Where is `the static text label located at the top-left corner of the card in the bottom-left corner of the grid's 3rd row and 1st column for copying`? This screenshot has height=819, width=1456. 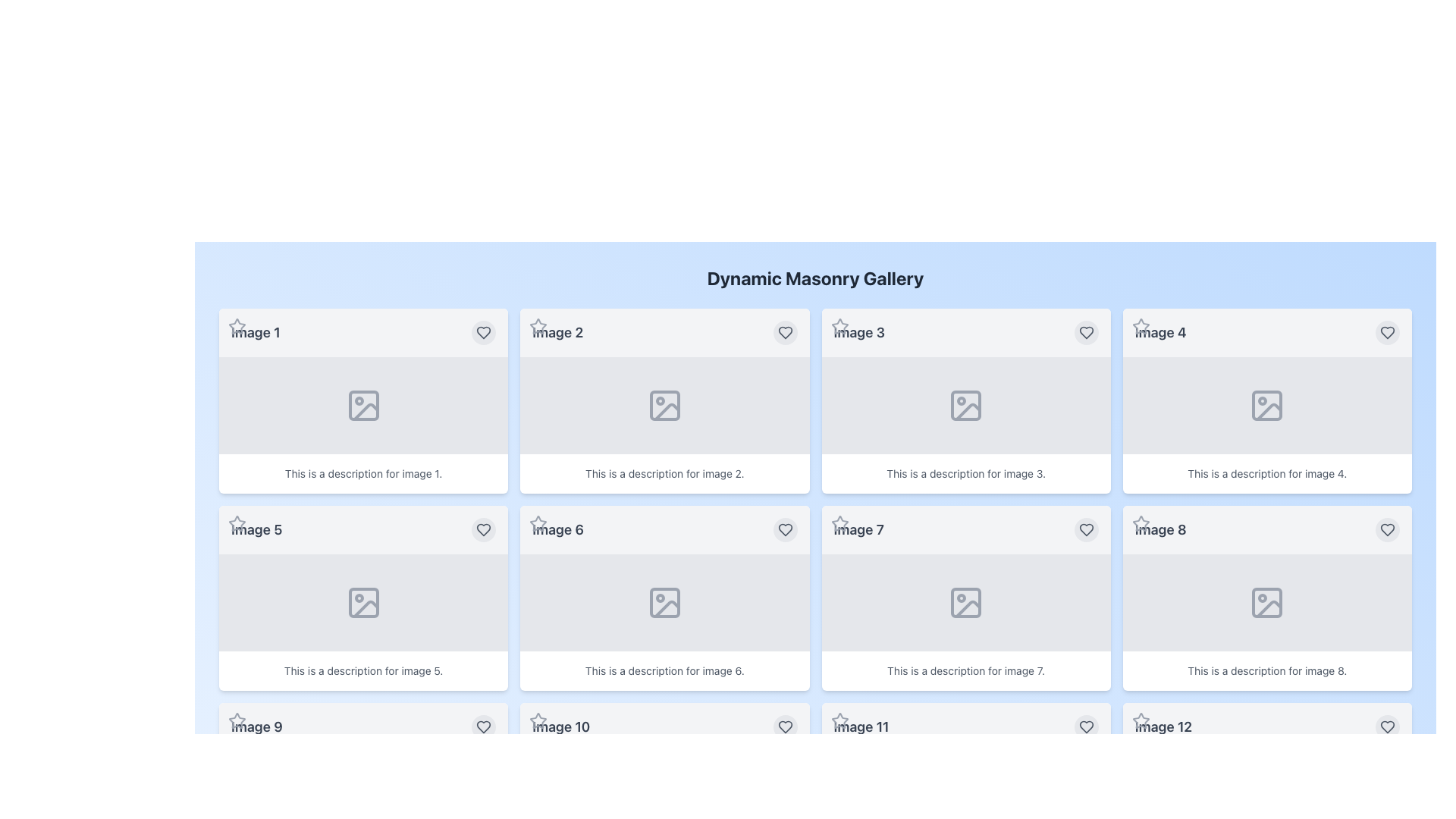 the static text label located at the top-left corner of the card in the bottom-left corner of the grid's 3rd row and 1st column for copying is located at coordinates (861, 726).